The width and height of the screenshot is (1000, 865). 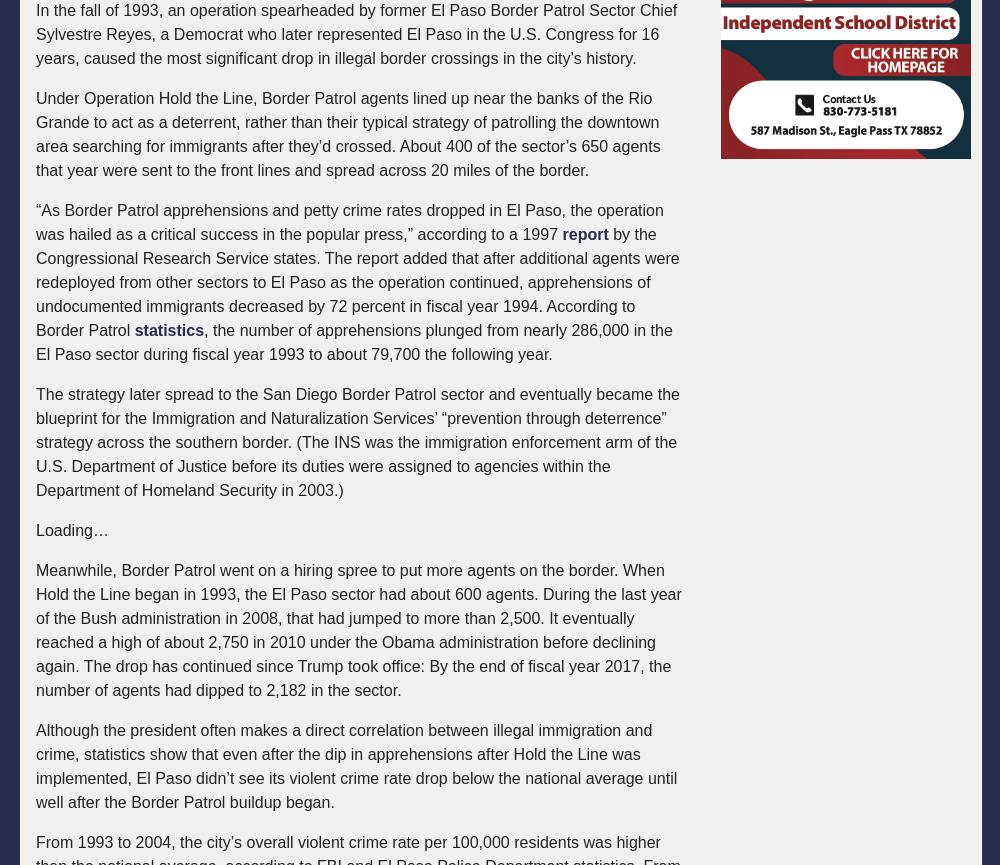 I want to click on 'The strategy later spread to the San Diego Border Patrol sector and eventually became the blueprint for the Immigration and Naturalization Services’ “prevention through deterrence” strategy across the southern border. (The INS was the immigration enforcement arm of the U.S. Department of Justice before its duties were assigned to agencies within the Department of Homeland Security in 2003.)', so click(x=356, y=441).